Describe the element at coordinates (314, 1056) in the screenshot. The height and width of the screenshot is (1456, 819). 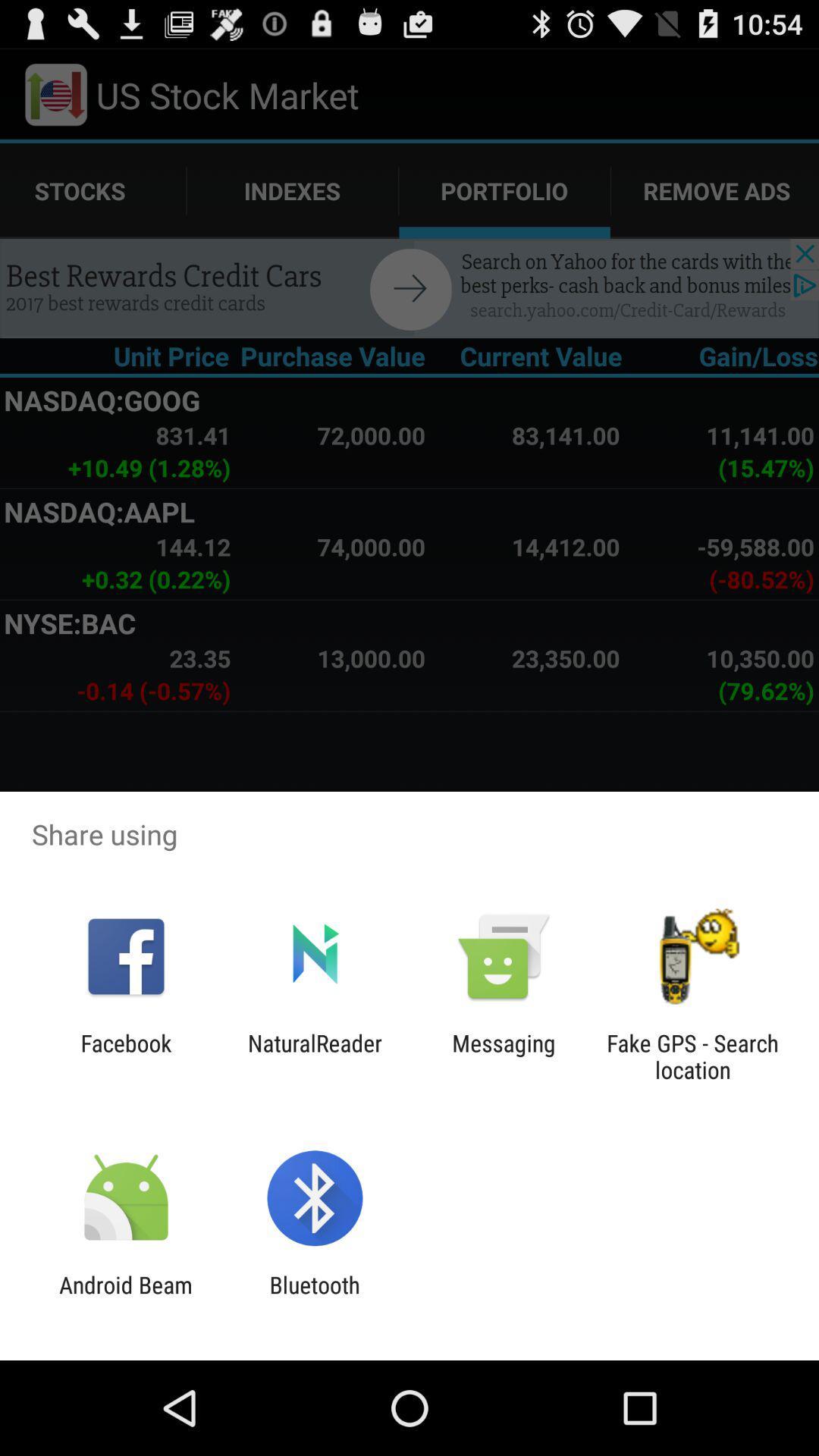
I see `the item next to facebook icon` at that location.